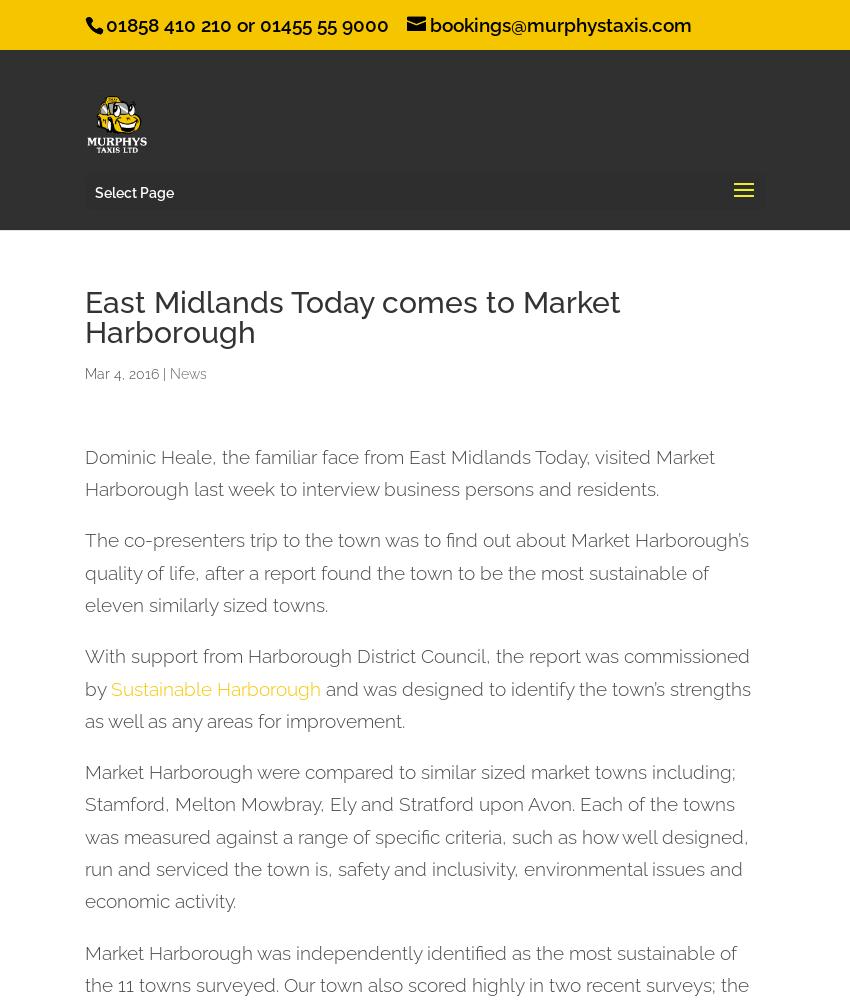  Describe the element at coordinates (134, 191) in the screenshot. I see `'Select Page'` at that location.